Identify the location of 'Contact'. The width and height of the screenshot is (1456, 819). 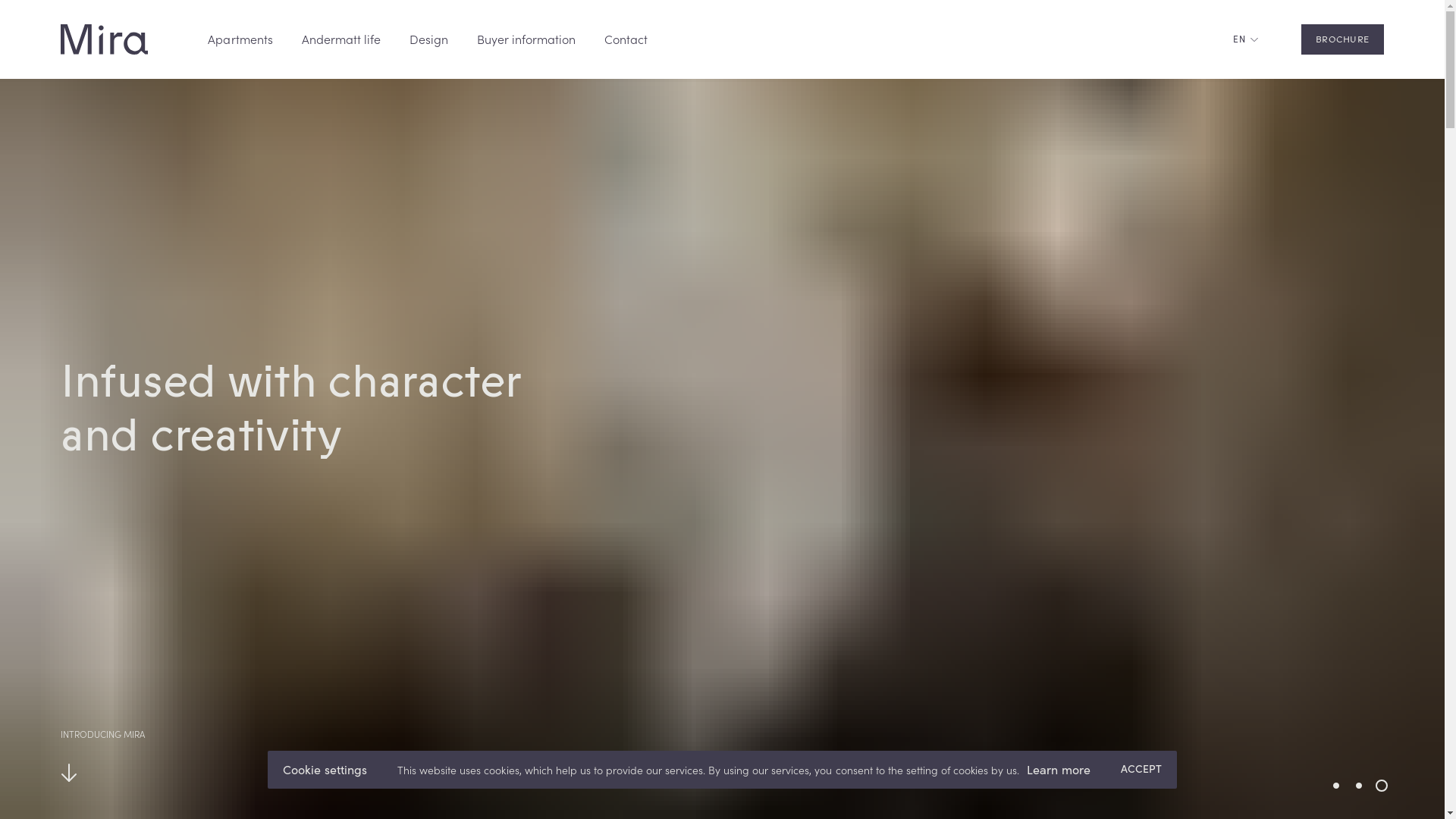
(626, 38).